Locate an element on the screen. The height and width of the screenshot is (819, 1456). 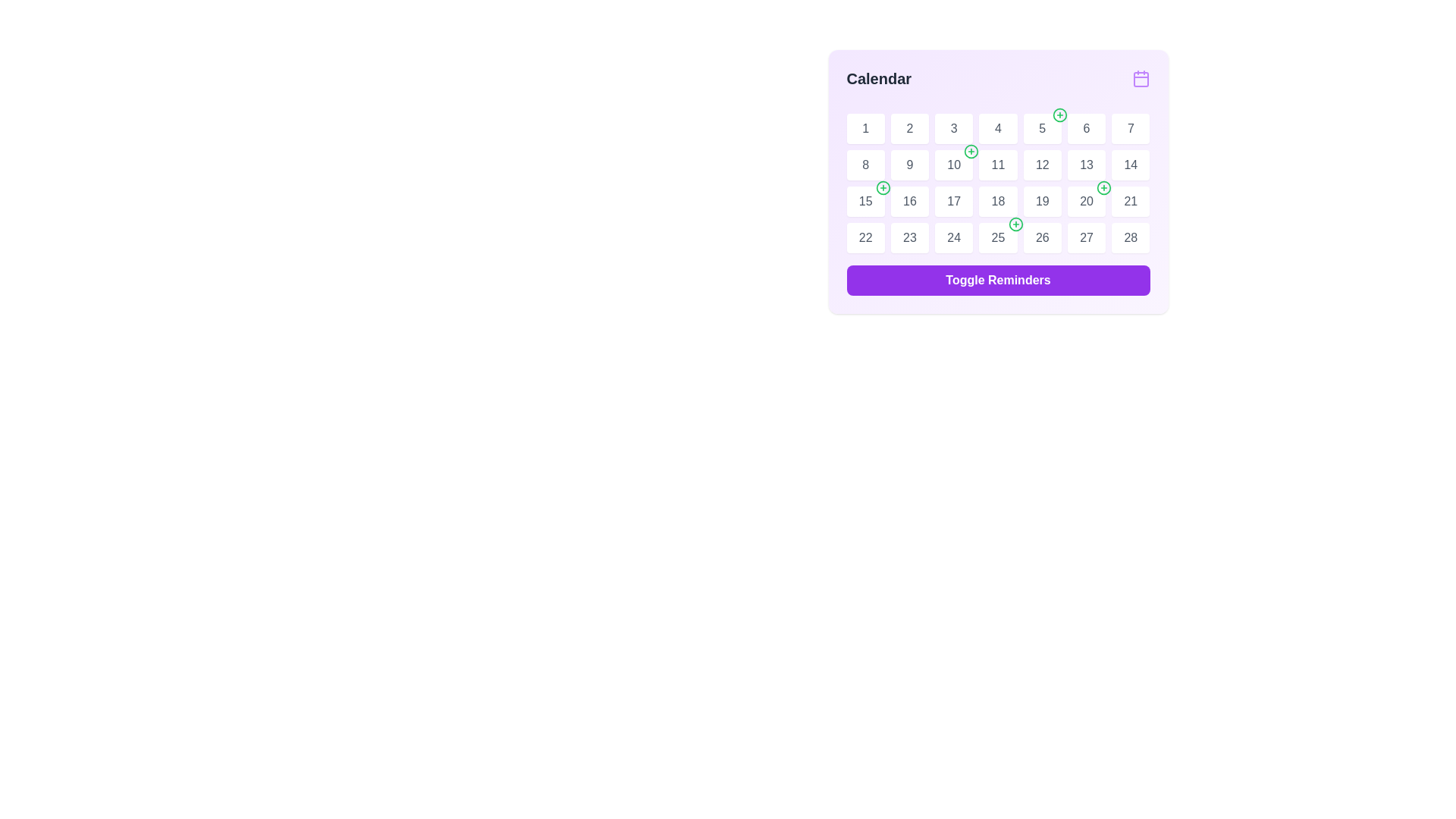
the text label or date entry located in the second row, fifth position of the calendar grid is located at coordinates (1041, 127).